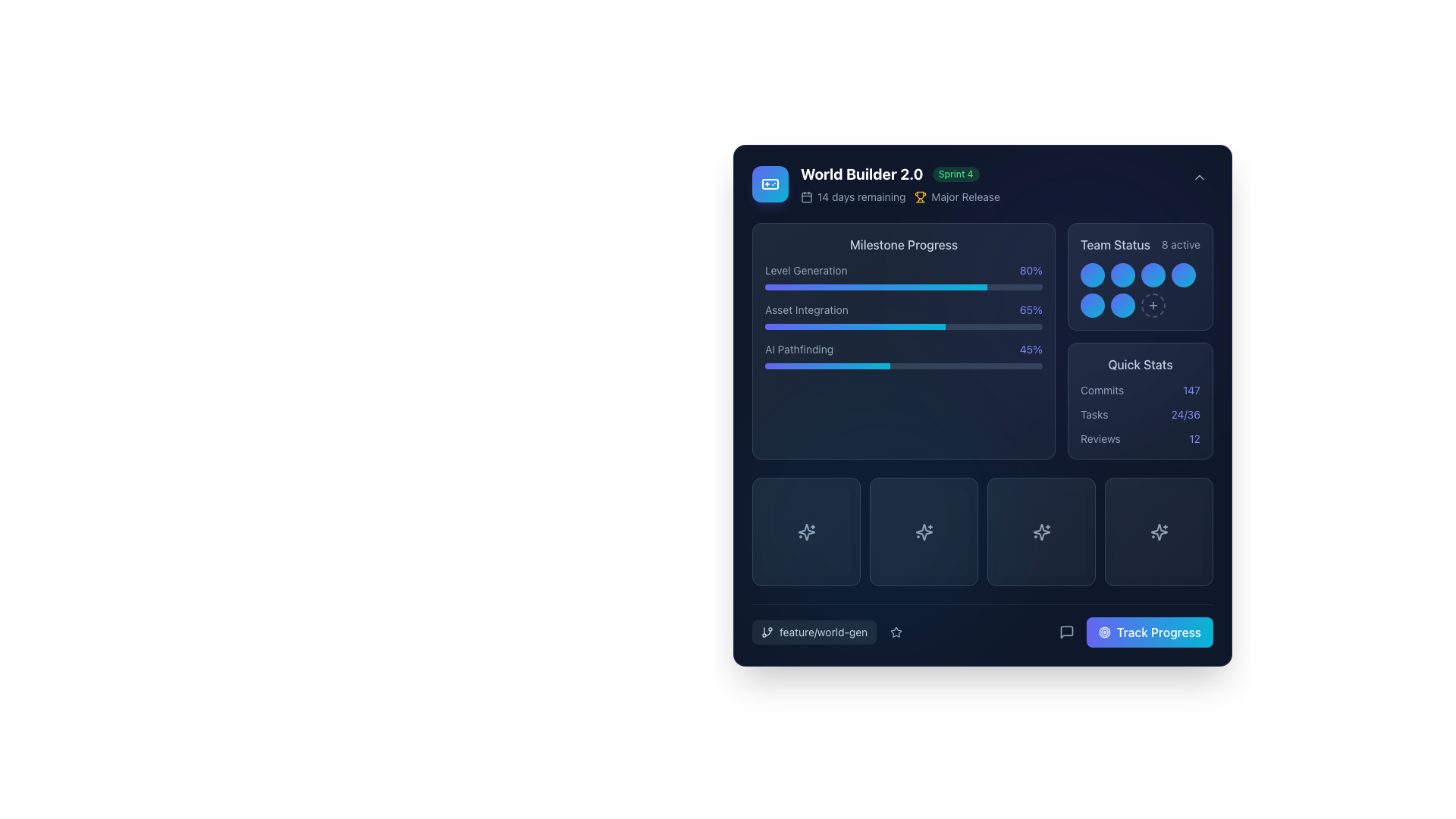  What do you see at coordinates (1140, 365) in the screenshot?
I see `the 'Quick Stats' text label, which is styled in light gray and located in the top header area of the 'Quick Stats' card` at bounding box center [1140, 365].